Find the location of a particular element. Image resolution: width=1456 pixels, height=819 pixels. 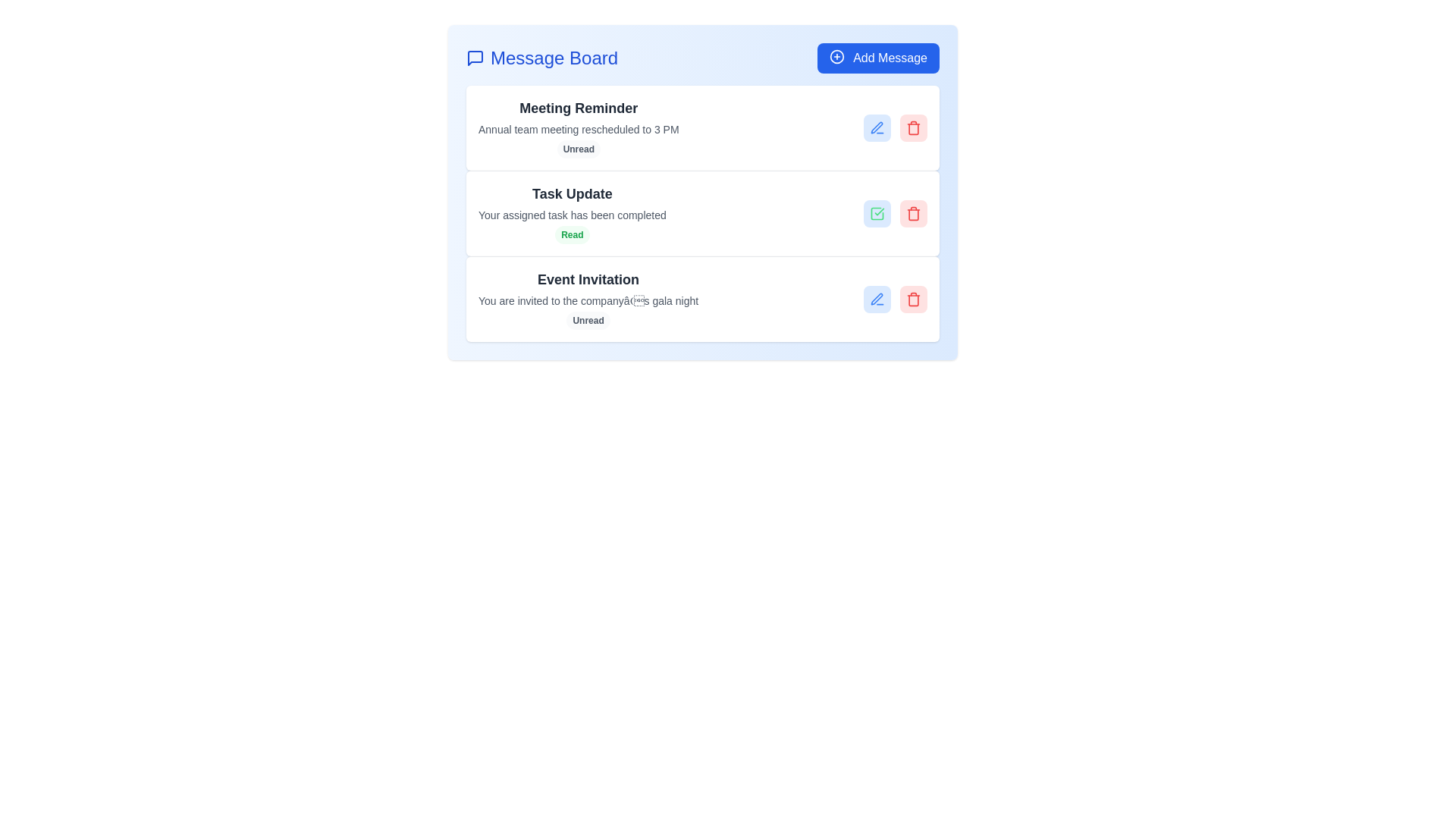

the green text label reading 'Read', which is styled as a rounded rectangle with a light green background, located below the text 'Your assigned task has been completed' in the 'Task Update' section is located at coordinates (571, 234).